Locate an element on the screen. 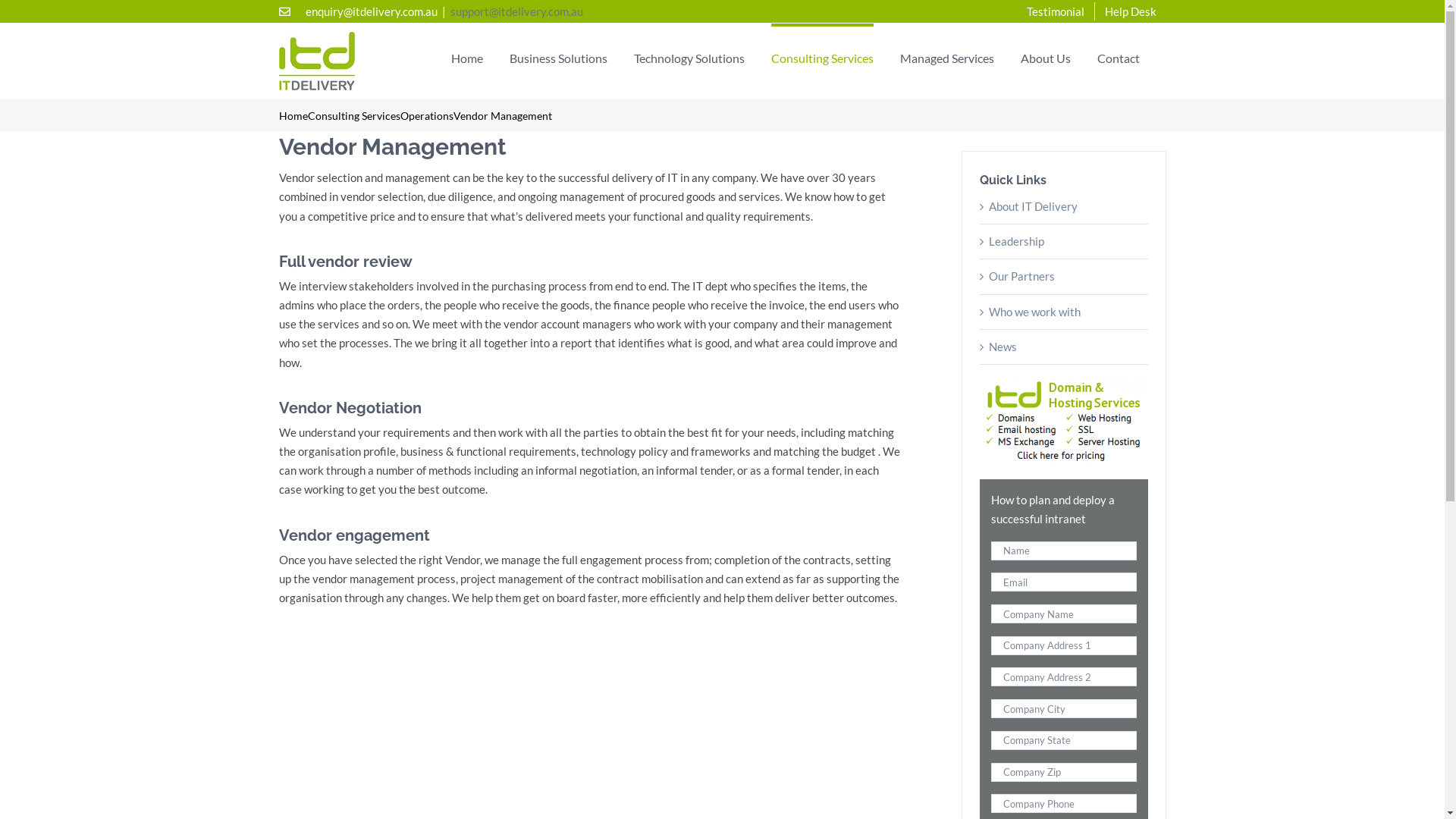 The width and height of the screenshot is (1456, 819). 'News' is located at coordinates (1003, 346).